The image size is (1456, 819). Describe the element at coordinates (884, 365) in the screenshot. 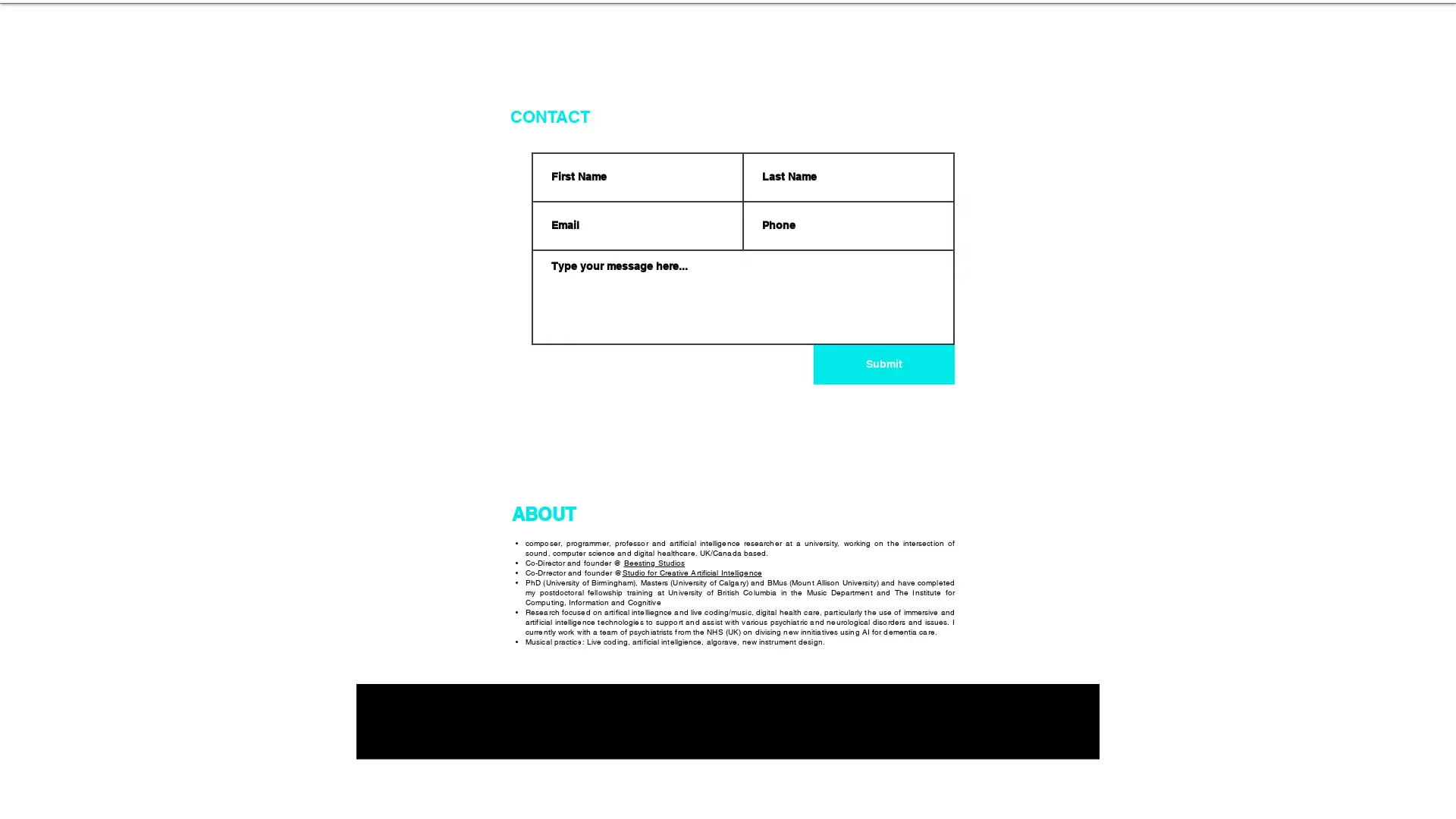

I see `Submit` at that location.